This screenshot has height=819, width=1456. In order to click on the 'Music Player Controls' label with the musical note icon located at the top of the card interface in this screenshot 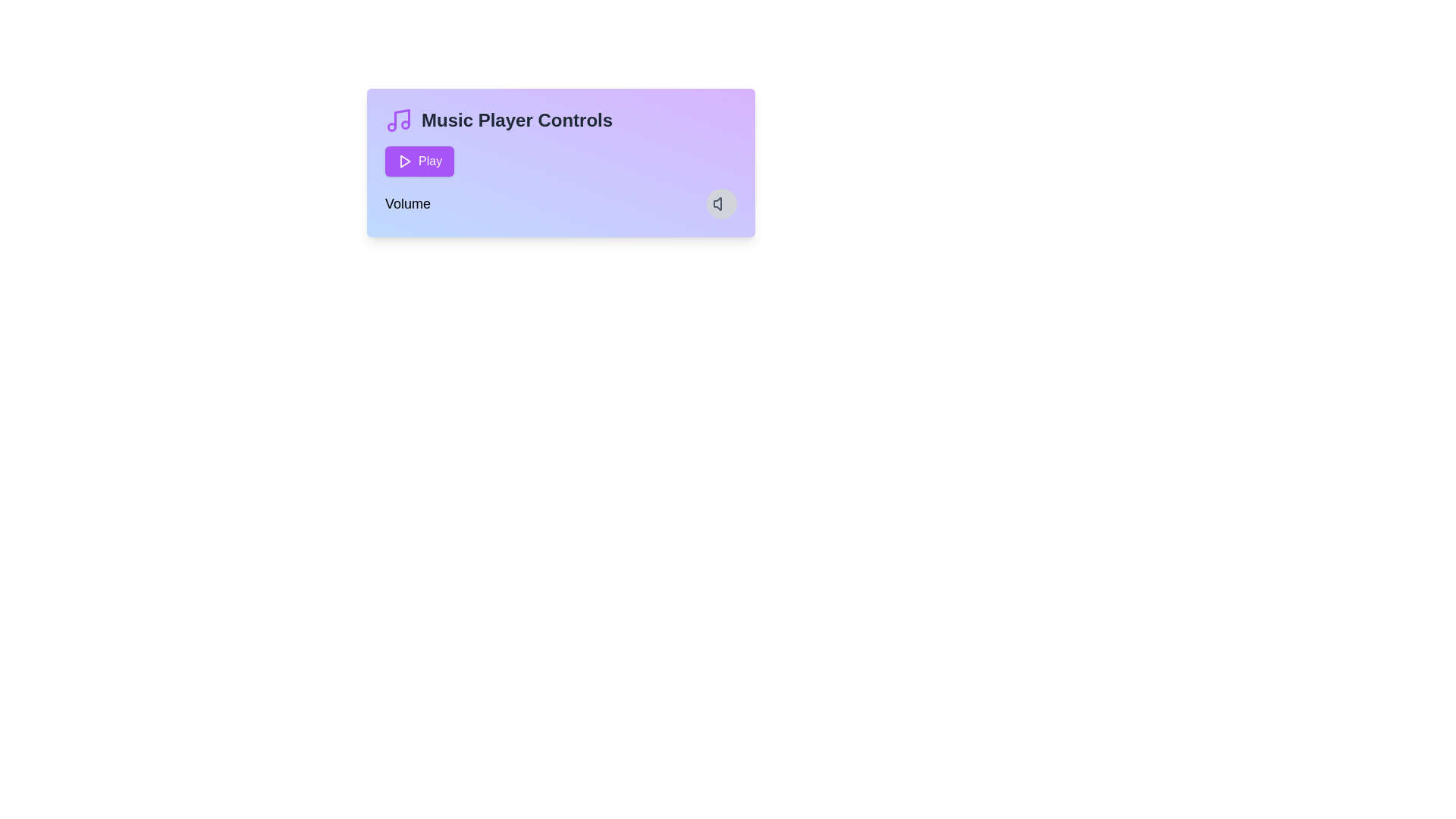, I will do `click(560, 119)`.